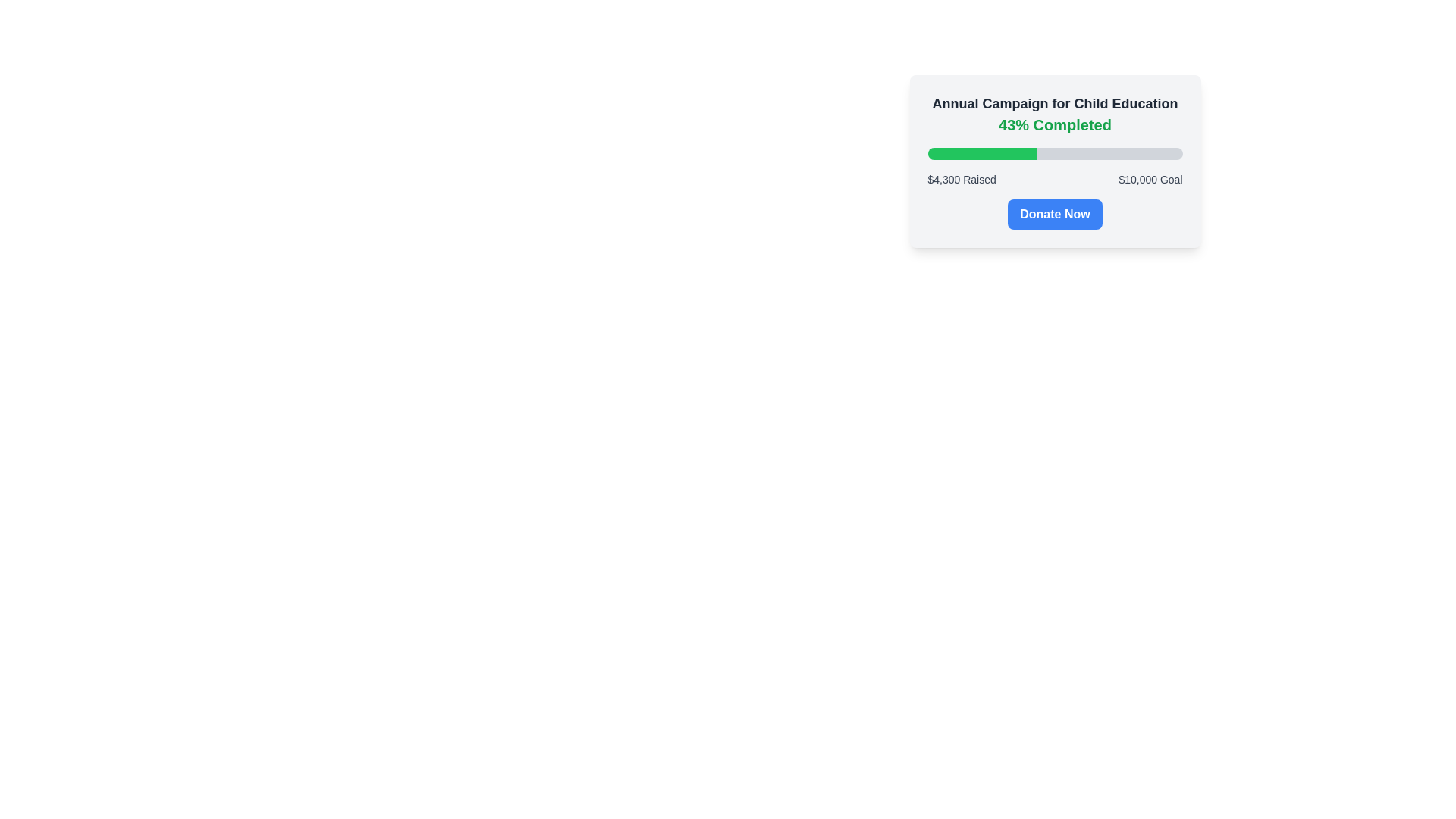 This screenshot has width=1456, height=819. Describe the element at coordinates (982, 154) in the screenshot. I see `the filled segment of the progress bar, which is a distinct bright green rectangular element representing 43% of the total progress` at that location.